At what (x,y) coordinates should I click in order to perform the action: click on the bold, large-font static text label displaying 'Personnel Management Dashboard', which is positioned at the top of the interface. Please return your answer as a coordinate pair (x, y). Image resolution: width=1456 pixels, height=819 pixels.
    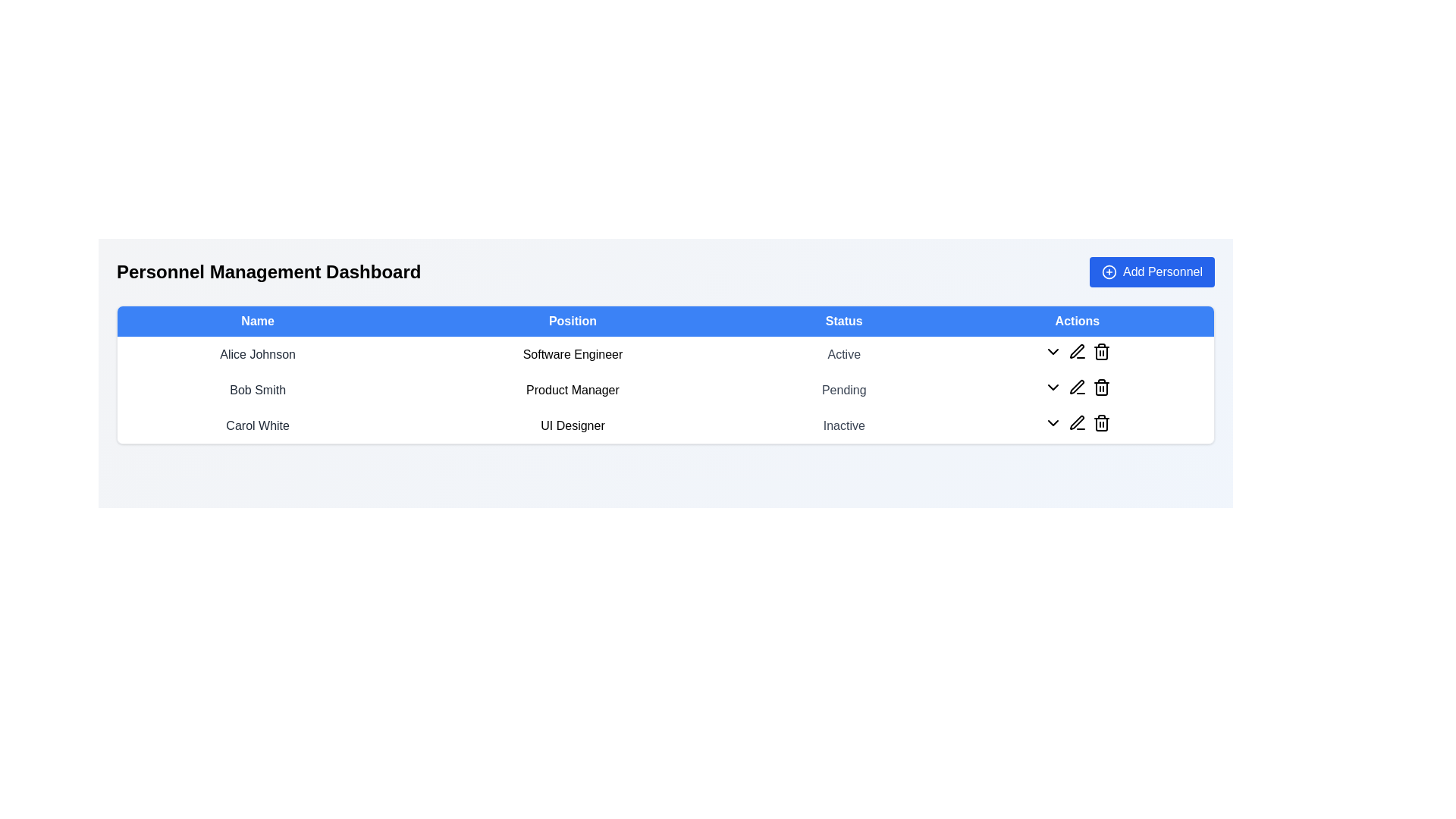
    Looking at the image, I should click on (268, 271).